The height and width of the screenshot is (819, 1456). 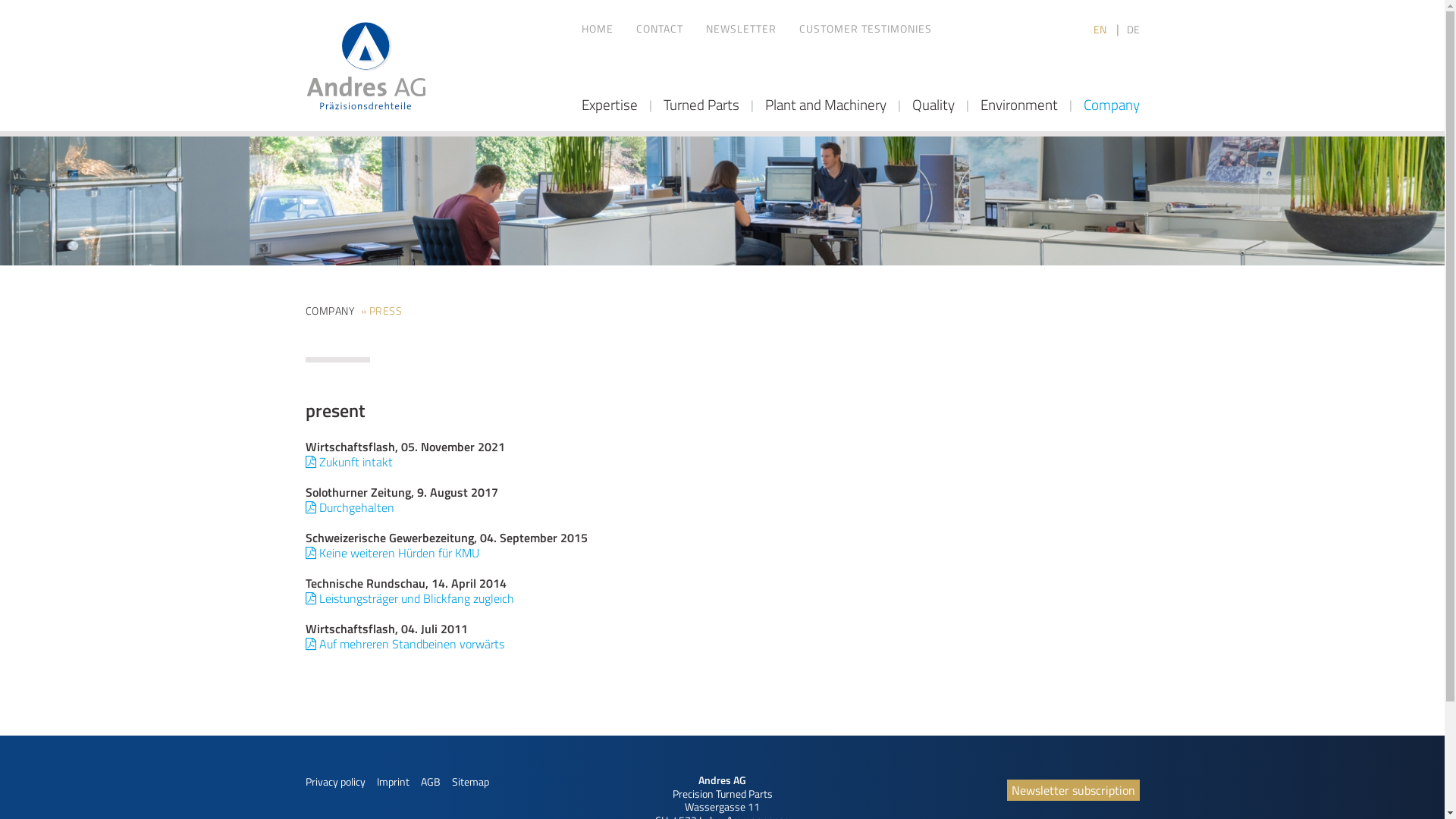 I want to click on 'DE', so click(x=1133, y=29).